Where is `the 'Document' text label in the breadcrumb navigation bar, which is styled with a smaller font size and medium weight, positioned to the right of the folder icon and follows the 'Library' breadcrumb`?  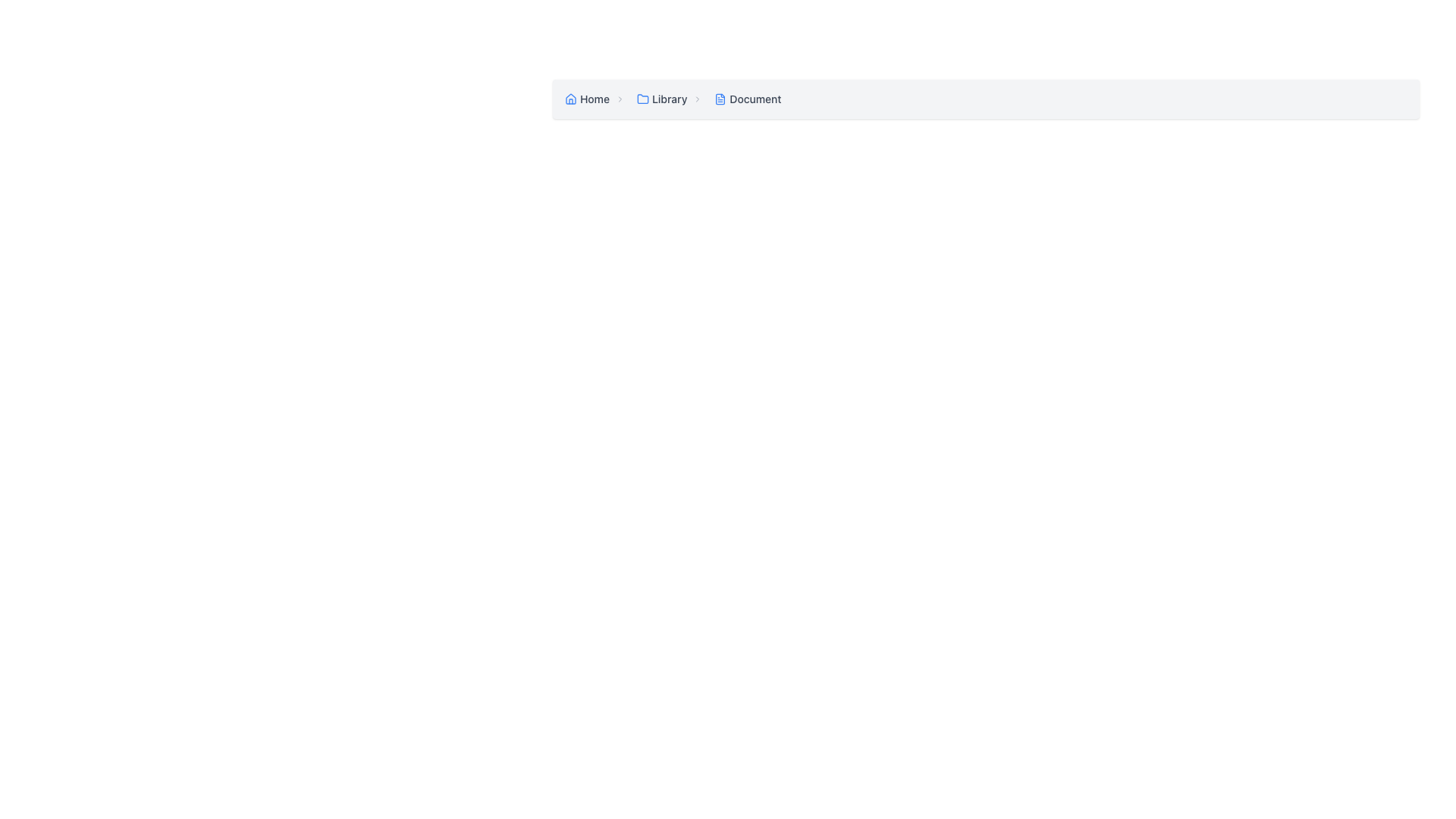 the 'Document' text label in the breadcrumb navigation bar, which is styled with a smaller font size and medium weight, positioned to the right of the folder icon and follows the 'Library' breadcrumb is located at coordinates (755, 99).